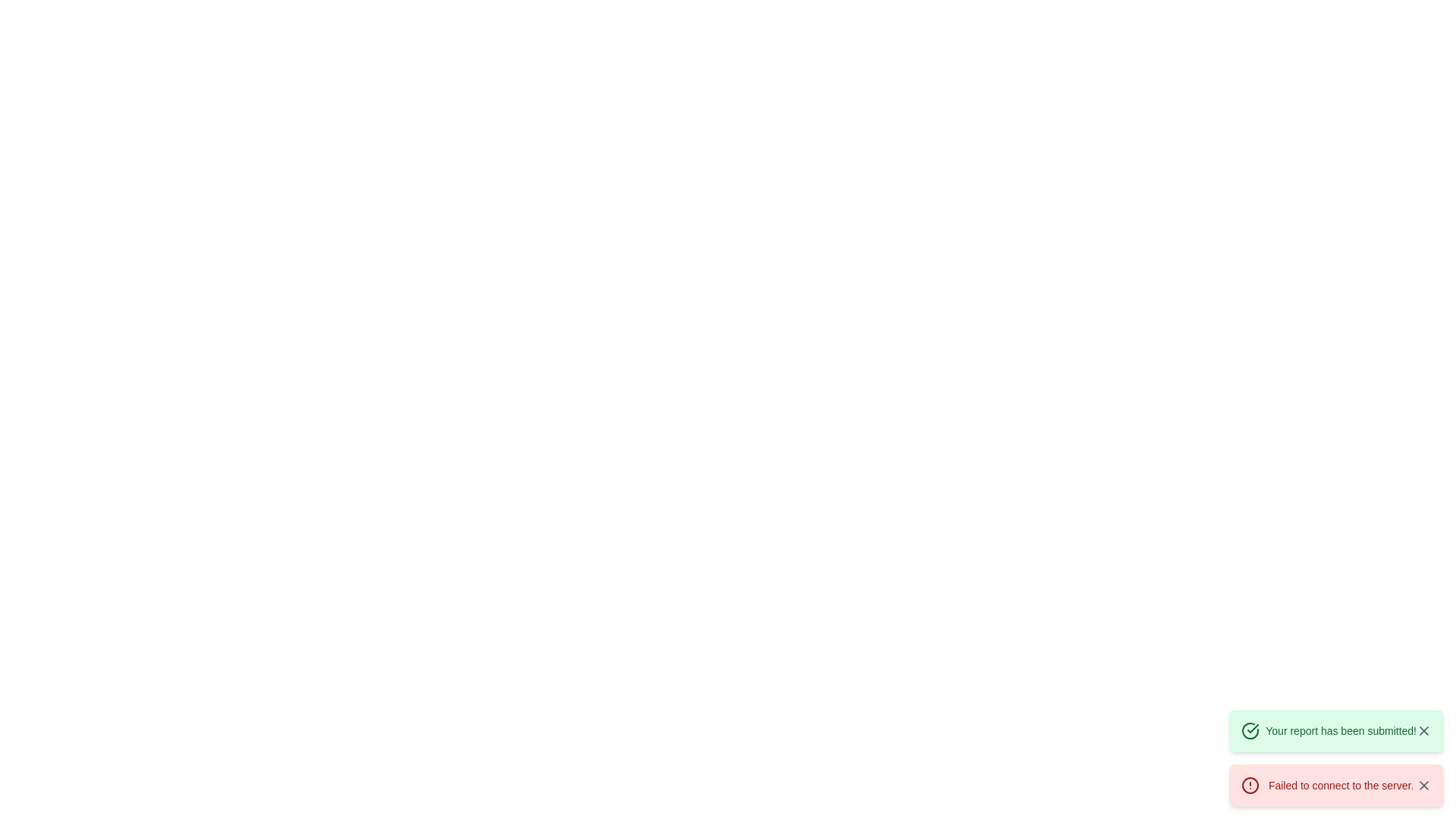 This screenshot has height=819, width=1456. Describe the element at coordinates (1250, 785) in the screenshot. I see `the warning icon within the notification card that indicates an error alert, situated next to the message 'Failed to connect to the server.'` at that location.